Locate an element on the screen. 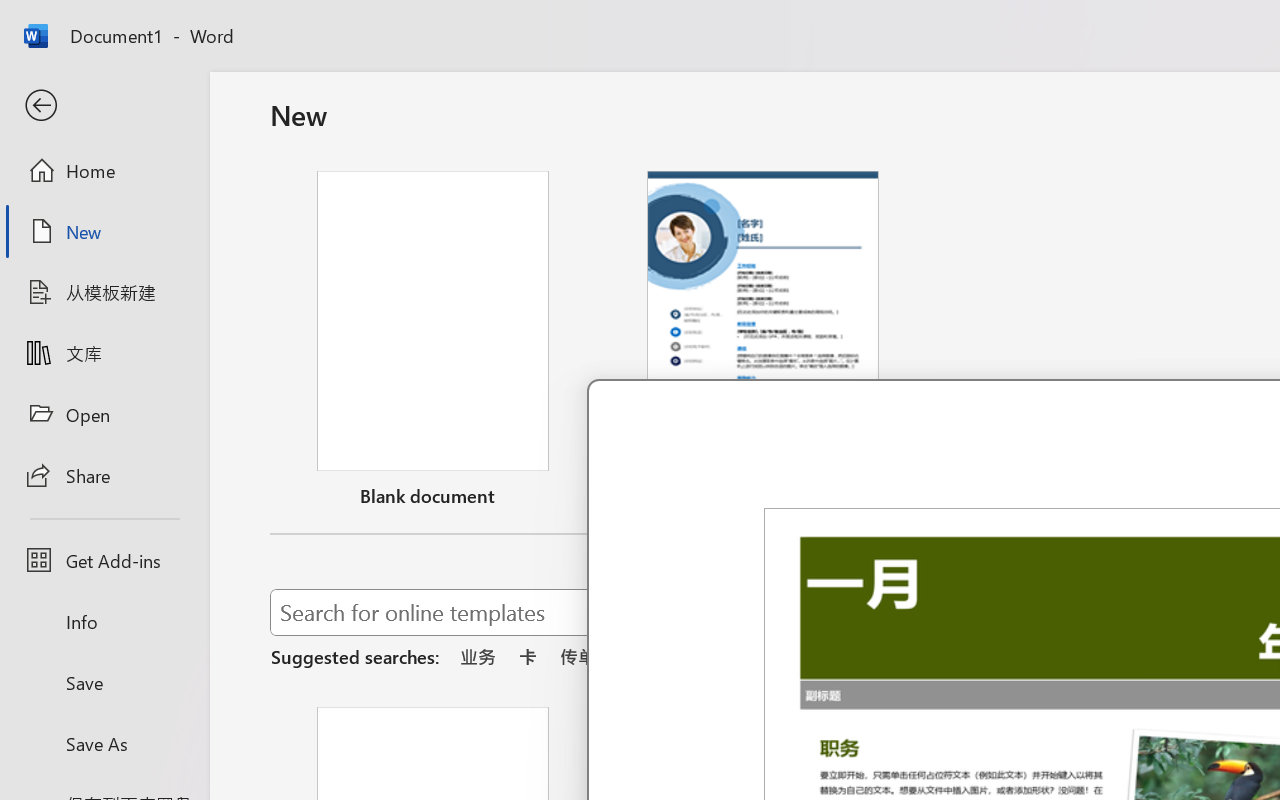  'Save As' is located at coordinates (103, 743).